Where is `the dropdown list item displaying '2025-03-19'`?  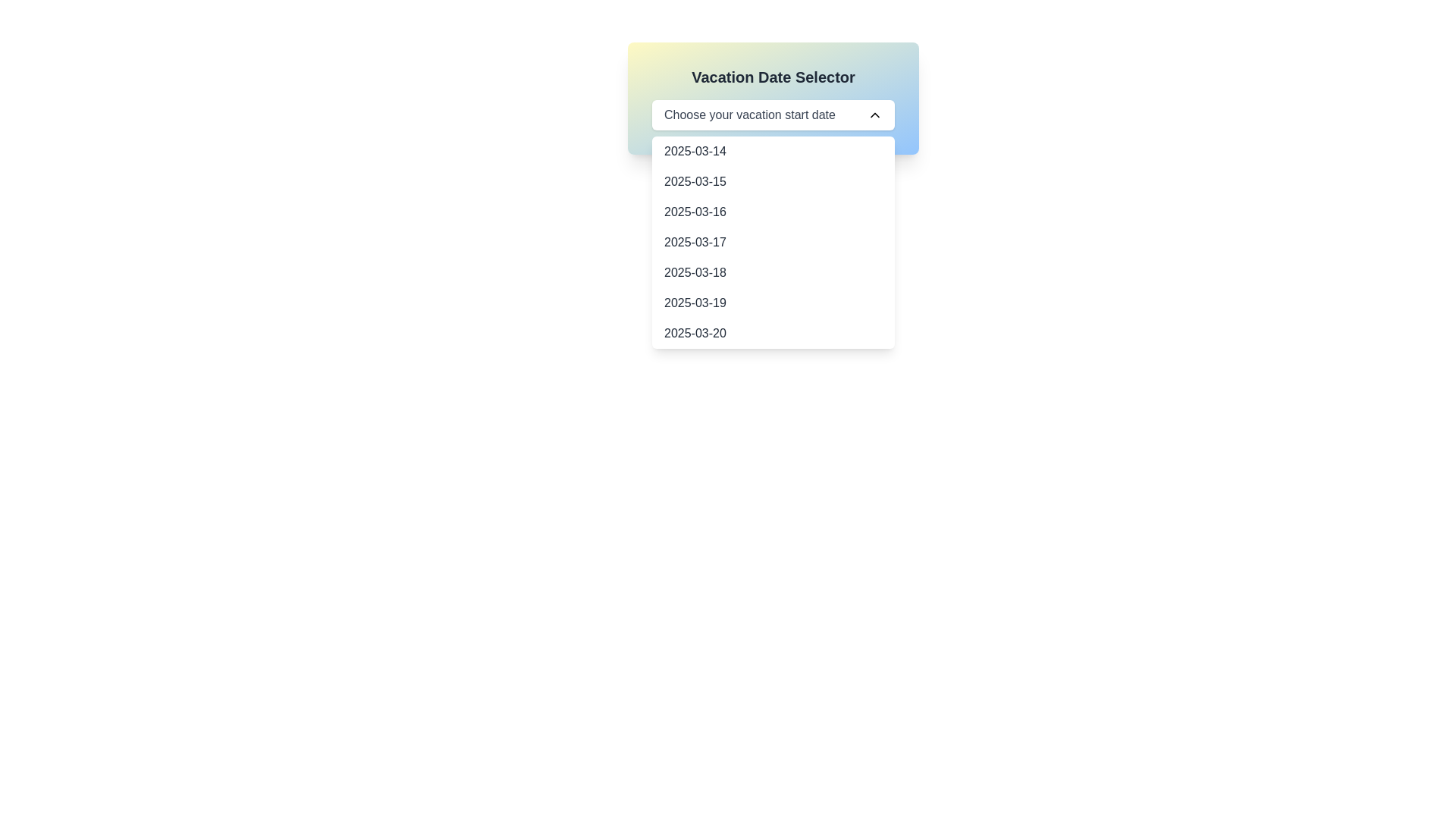 the dropdown list item displaying '2025-03-19' is located at coordinates (694, 303).